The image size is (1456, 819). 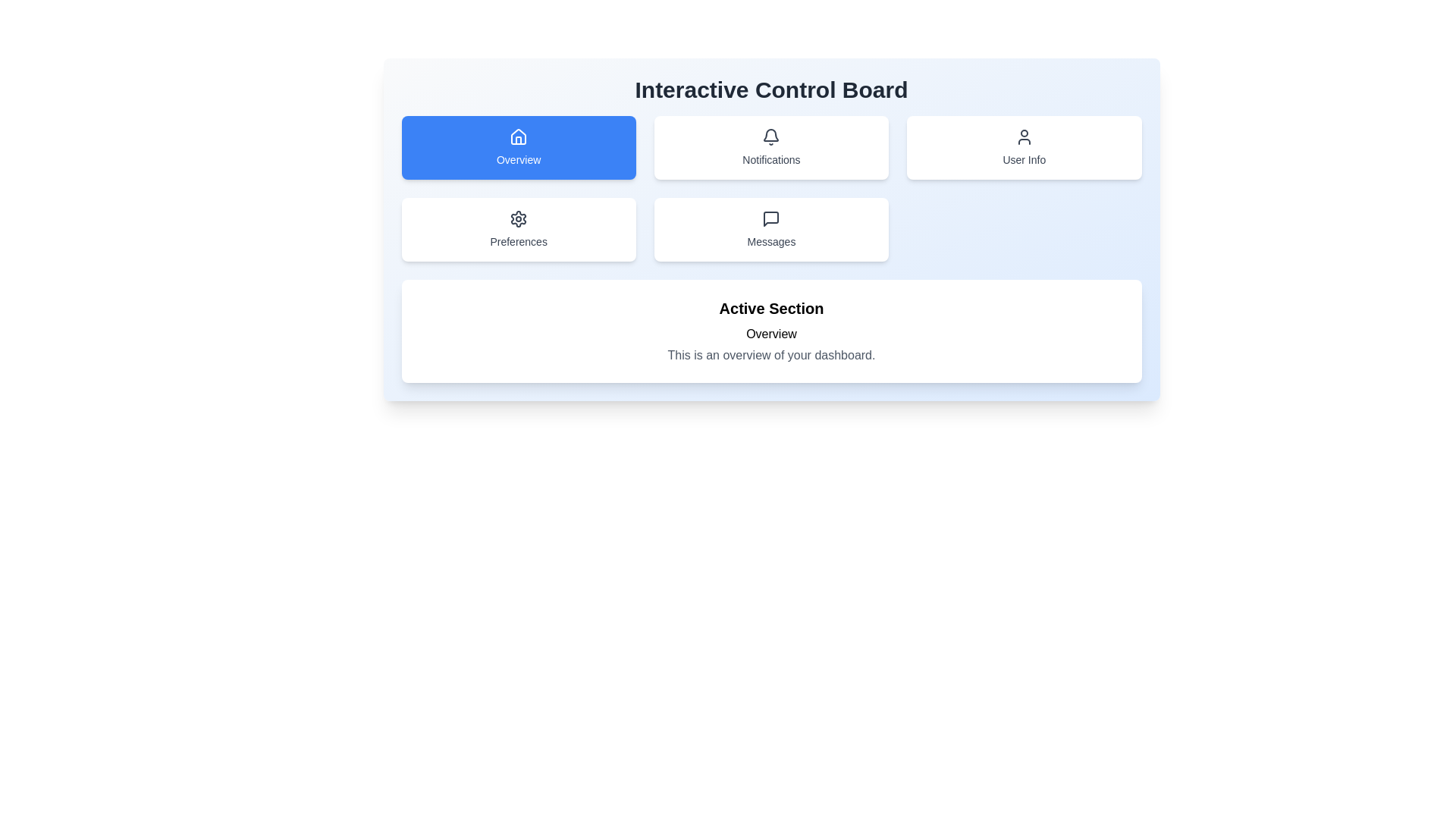 I want to click on the gear-shaped icon located centrally, so click(x=519, y=219).